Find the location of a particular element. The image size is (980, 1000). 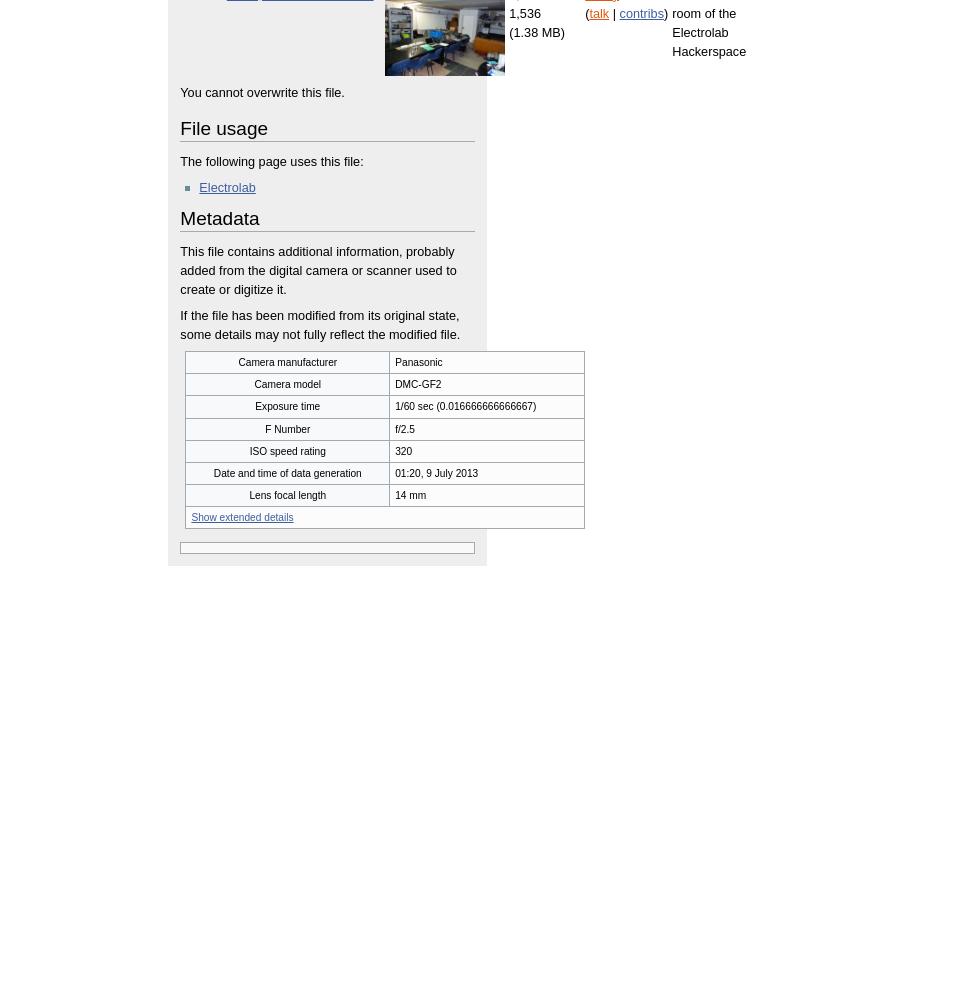

'14 mm' is located at coordinates (410, 493).